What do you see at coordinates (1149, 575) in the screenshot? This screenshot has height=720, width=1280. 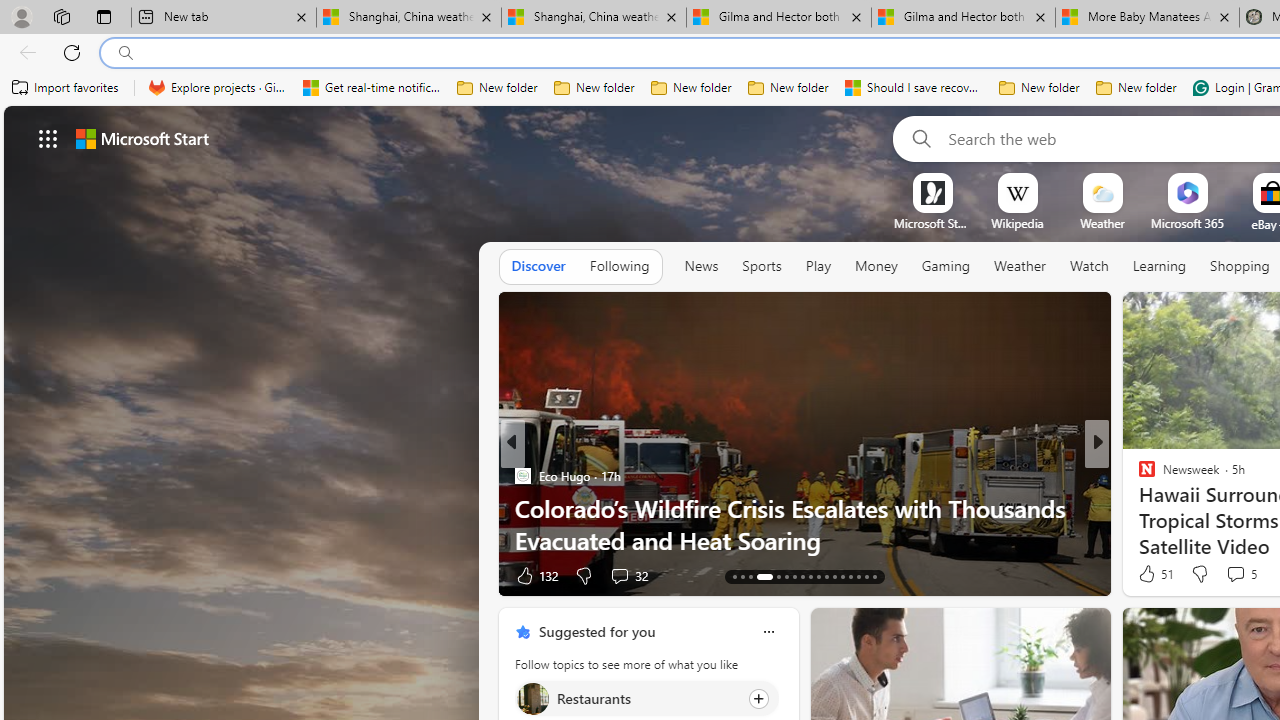 I see `'15 Like'` at bounding box center [1149, 575].